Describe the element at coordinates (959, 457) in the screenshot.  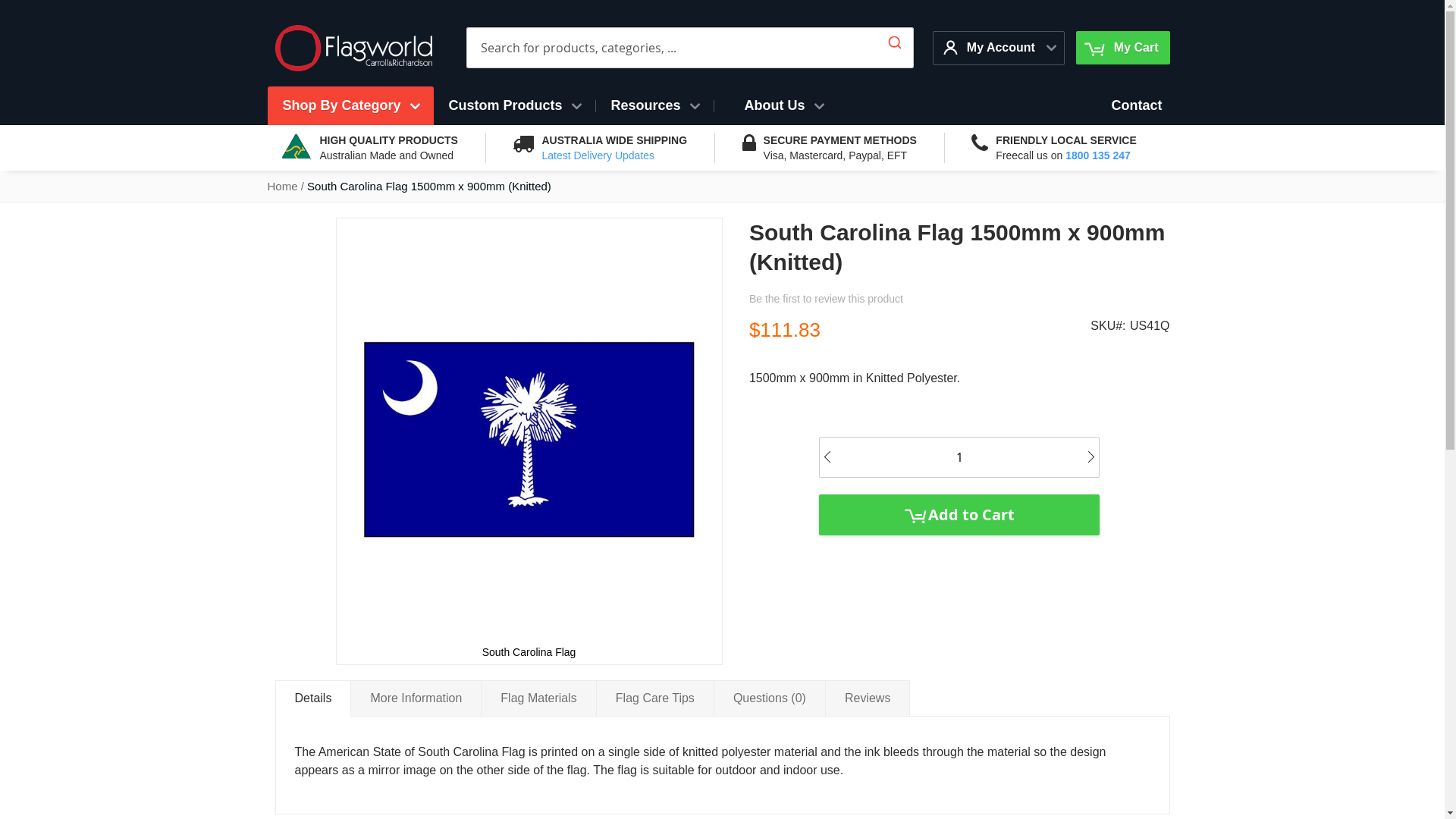
I see `'Qty'` at that location.